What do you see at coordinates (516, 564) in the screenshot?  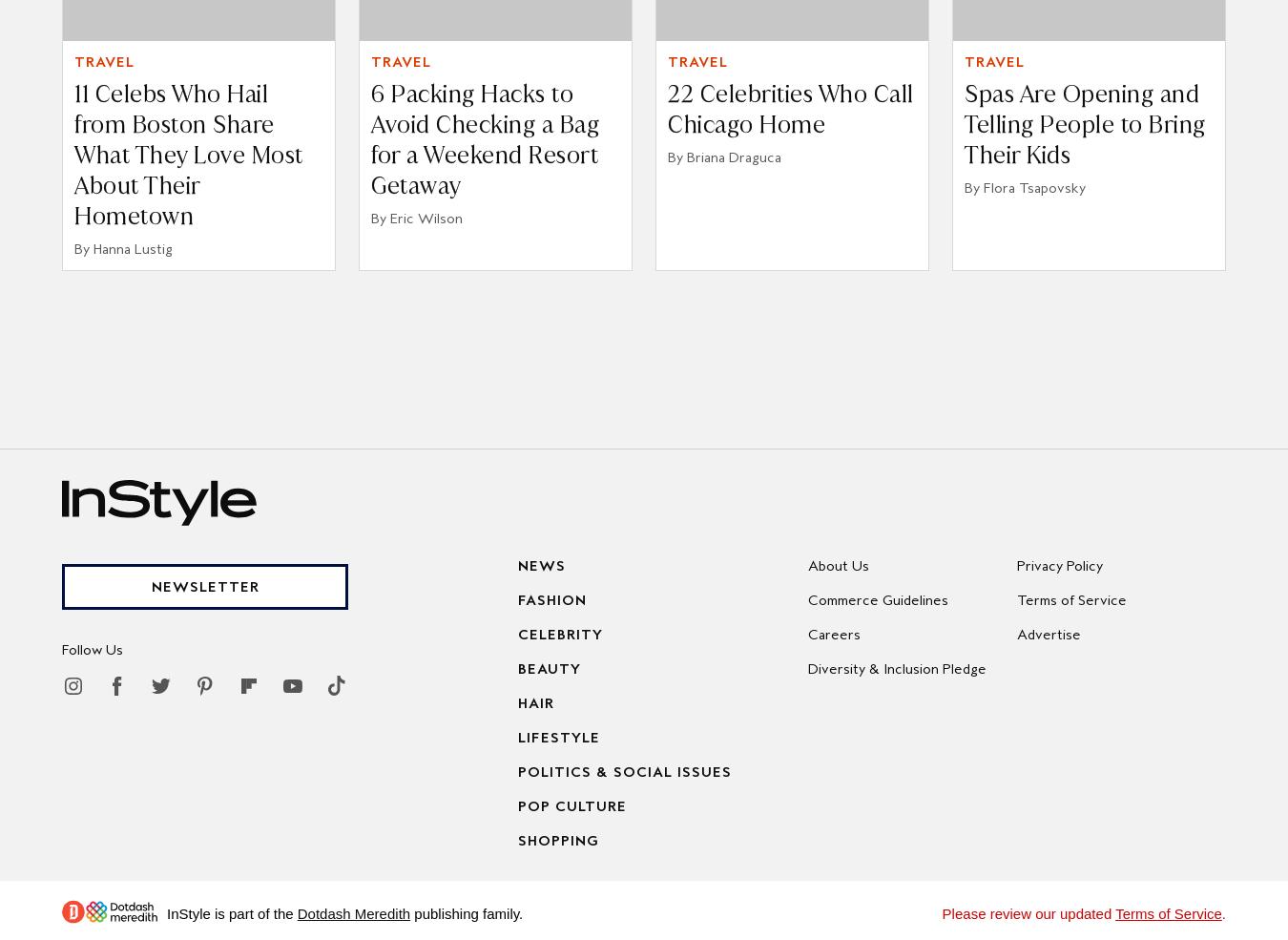 I see `'News'` at bounding box center [516, 564].